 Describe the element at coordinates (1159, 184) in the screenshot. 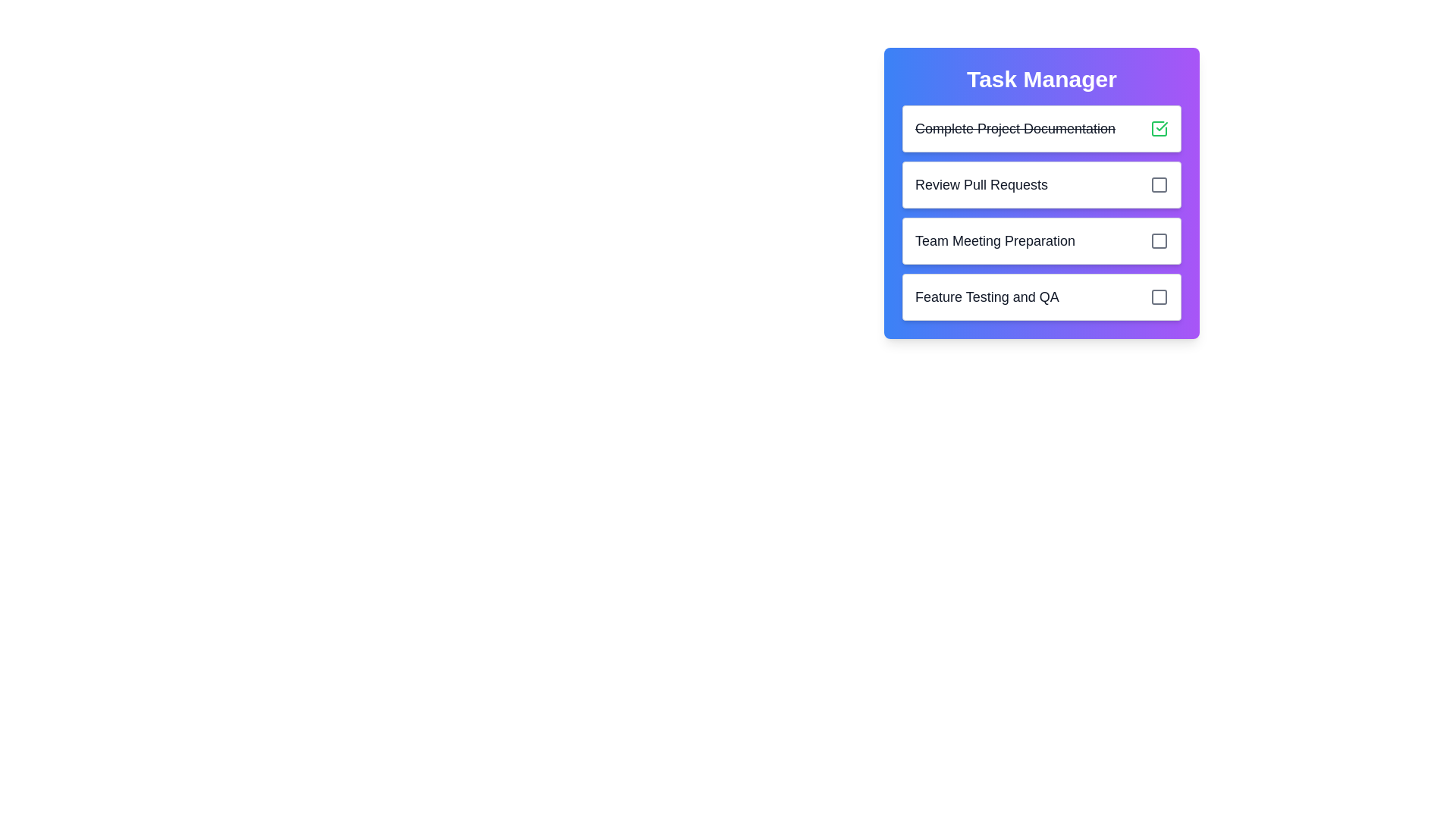

I see `the compact checkbox at the right end of the second task row` at that location.